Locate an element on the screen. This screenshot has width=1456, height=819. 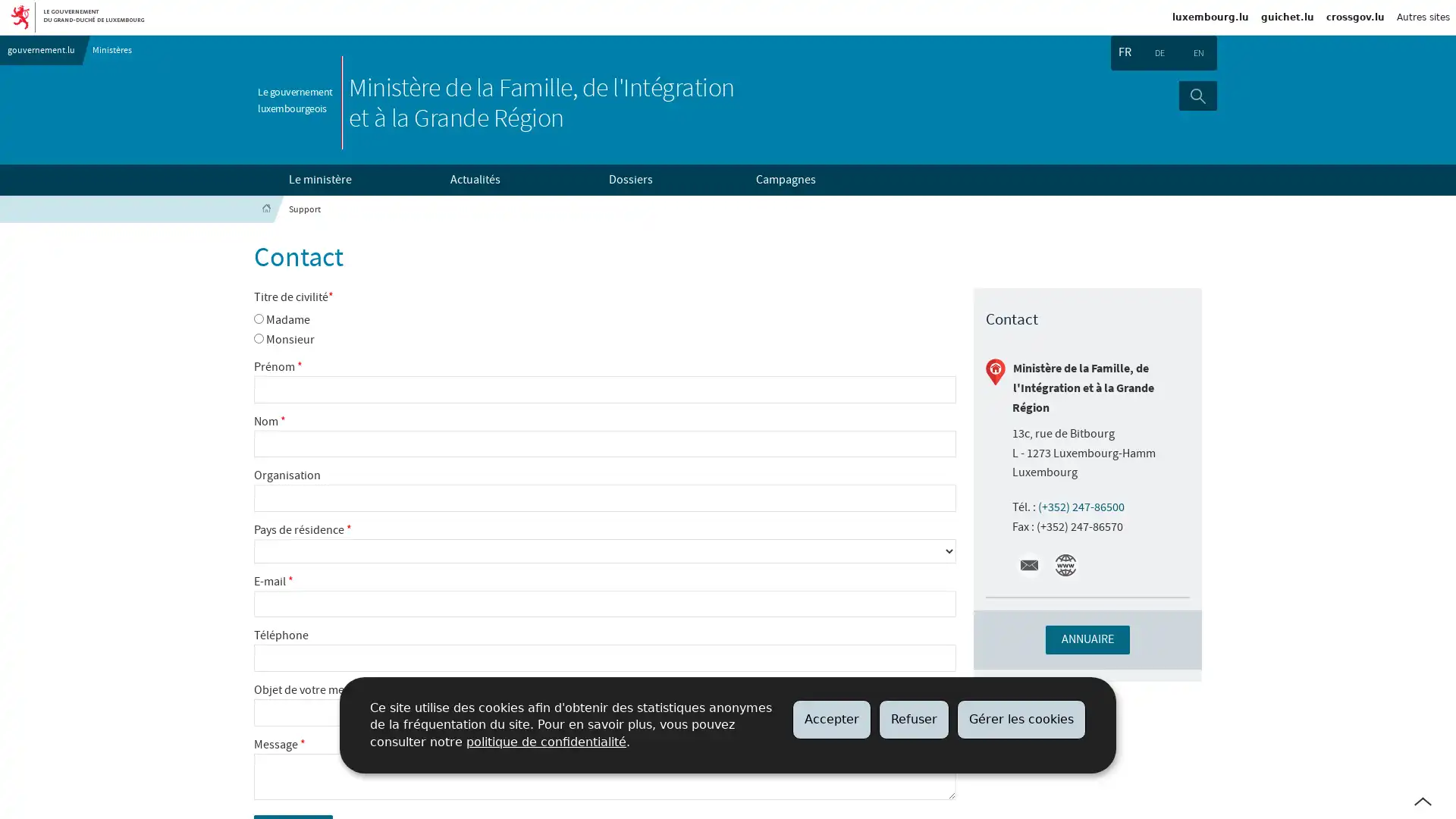
Rechercher is located at coordinates (1197, 96).